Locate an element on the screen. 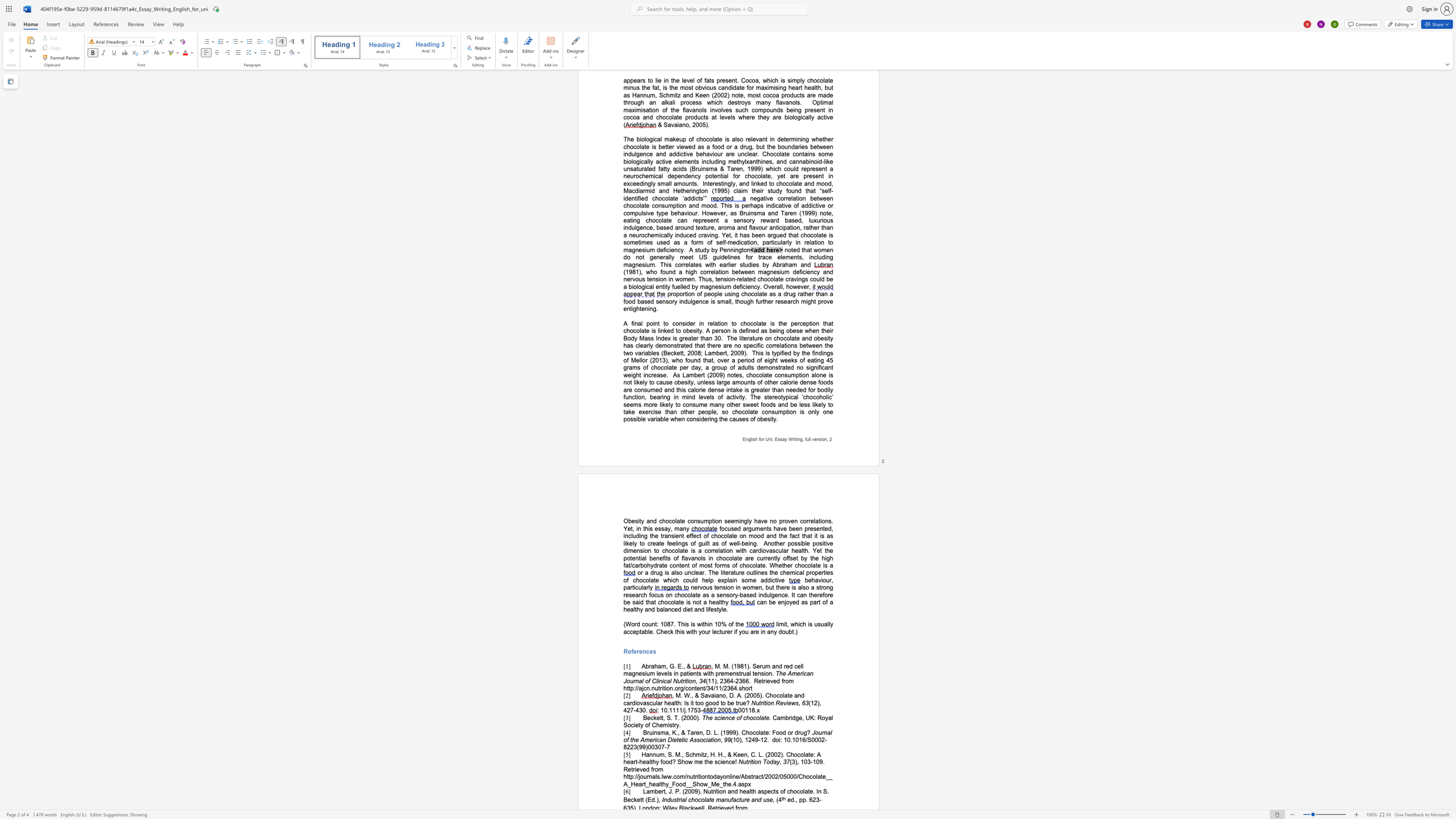 The height and width of the screenshot is (819, 1456). the subset text "30" within the text "doi: 10.1016/S0002-8223(99)00307-7" is located at coordinates (654, 747).